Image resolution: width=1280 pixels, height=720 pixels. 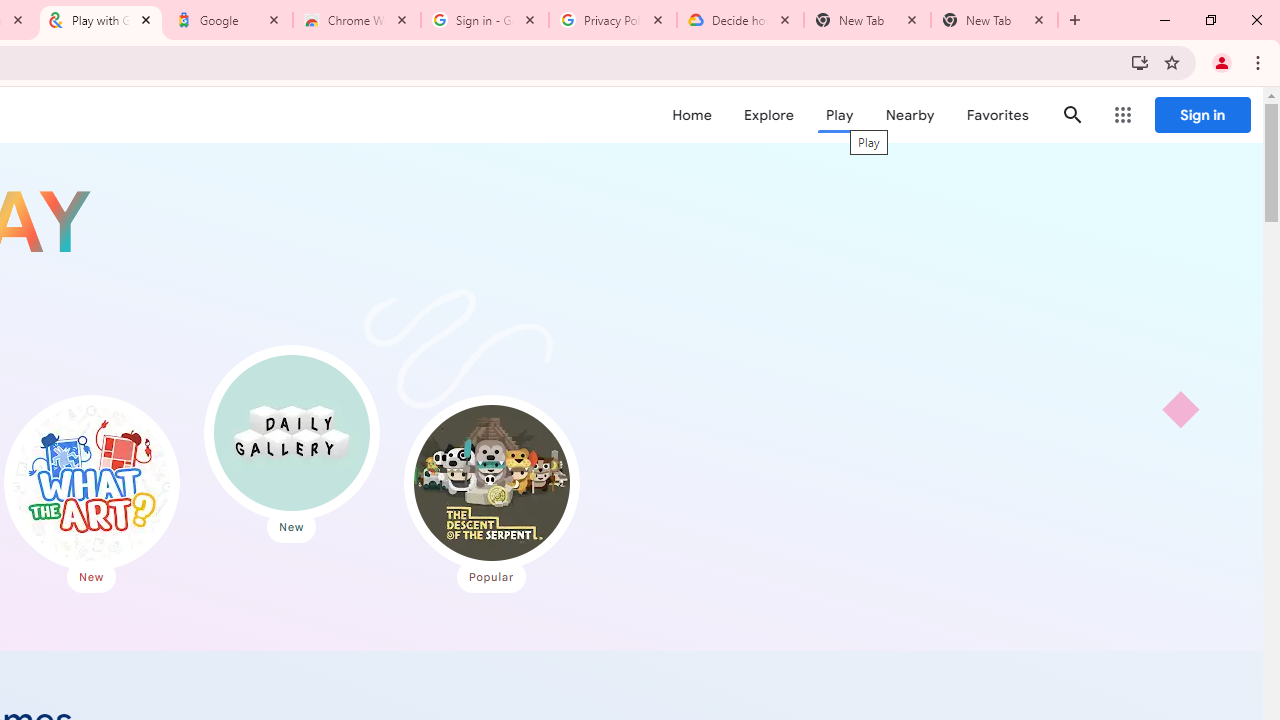 What do you see at coordinates (491, 483) in the screenshot?
I see `'The Descent of the Serpent'` at bounding box center [491, 483].